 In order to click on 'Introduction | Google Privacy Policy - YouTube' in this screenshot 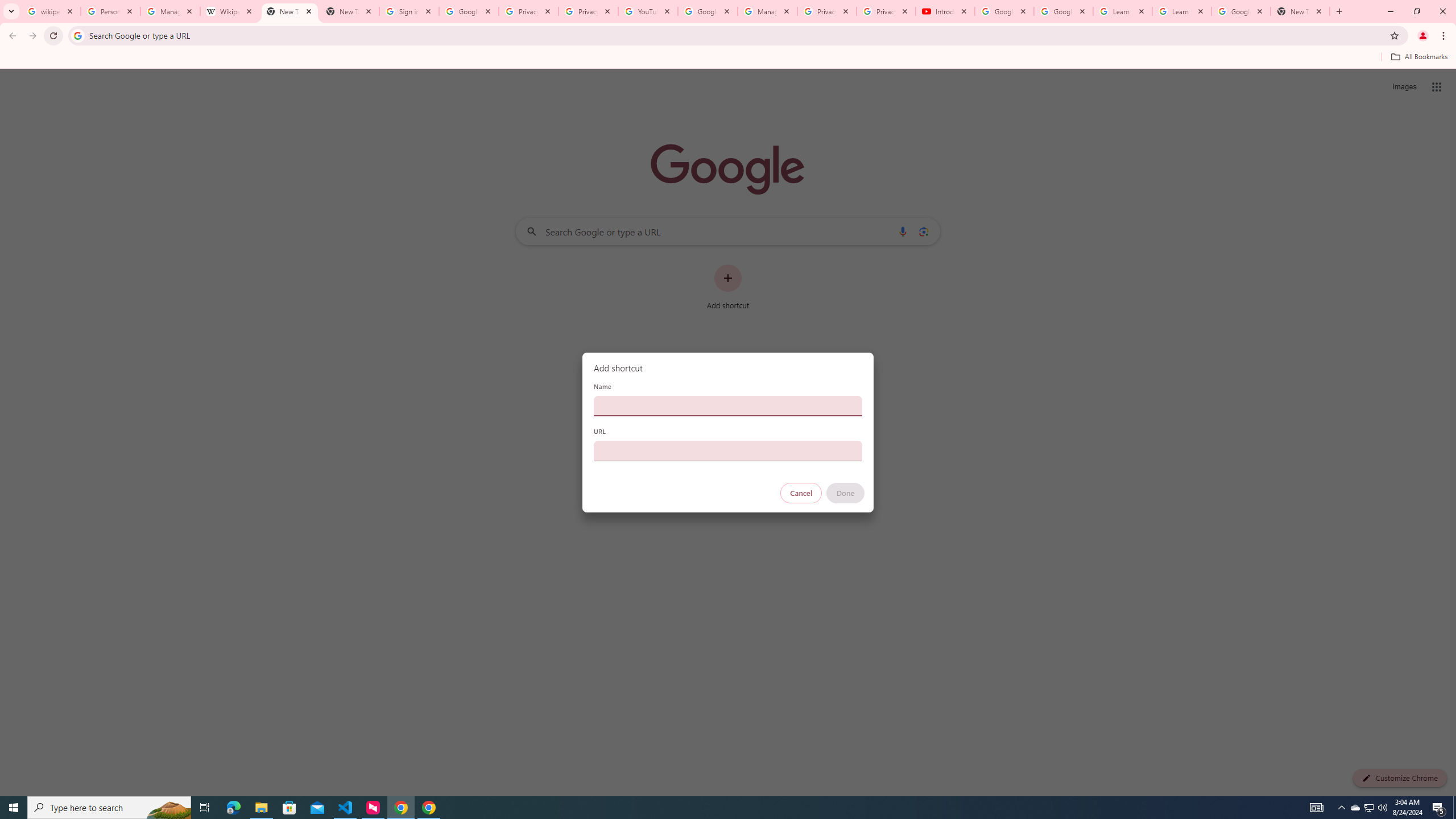, I will do `click(944, 11)`.